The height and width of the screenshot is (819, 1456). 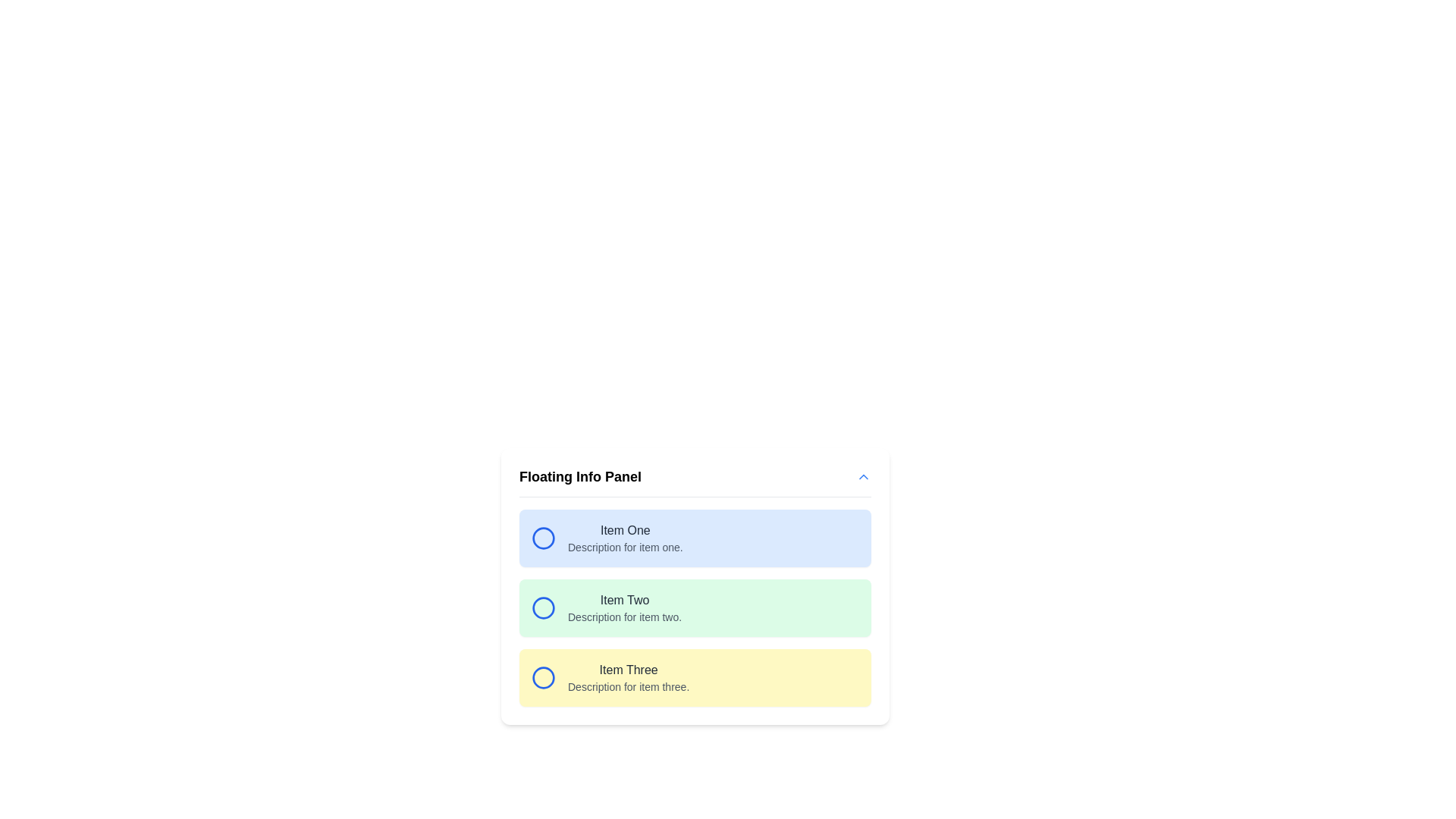 I want to click on the circular icon with a blue outline located to the left of the text 'Item One' within the information card titled 'Item One' in the top section of the 'Floating Info Panel', so click(x=543, y=537).